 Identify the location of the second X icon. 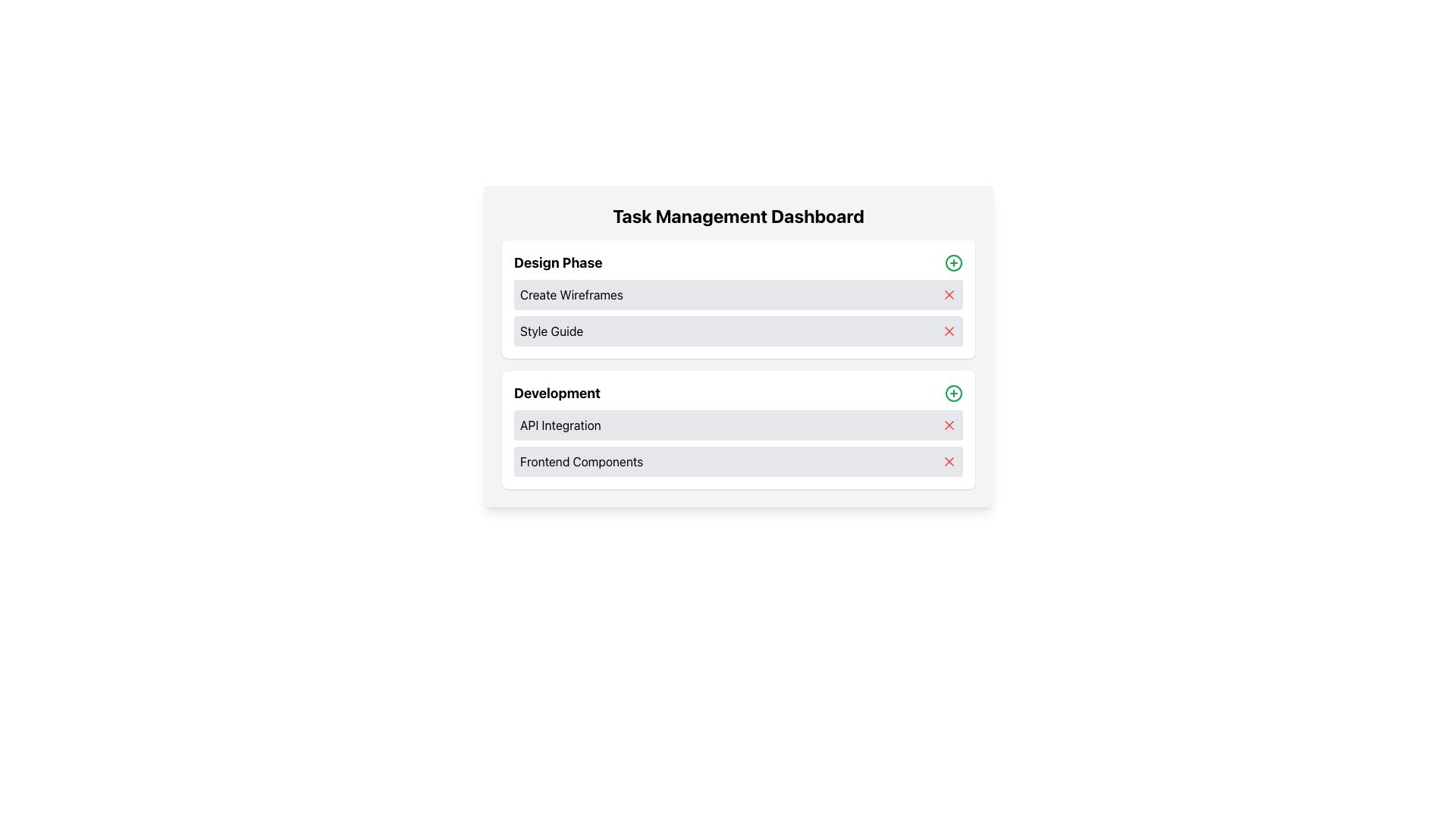
(949, 330).